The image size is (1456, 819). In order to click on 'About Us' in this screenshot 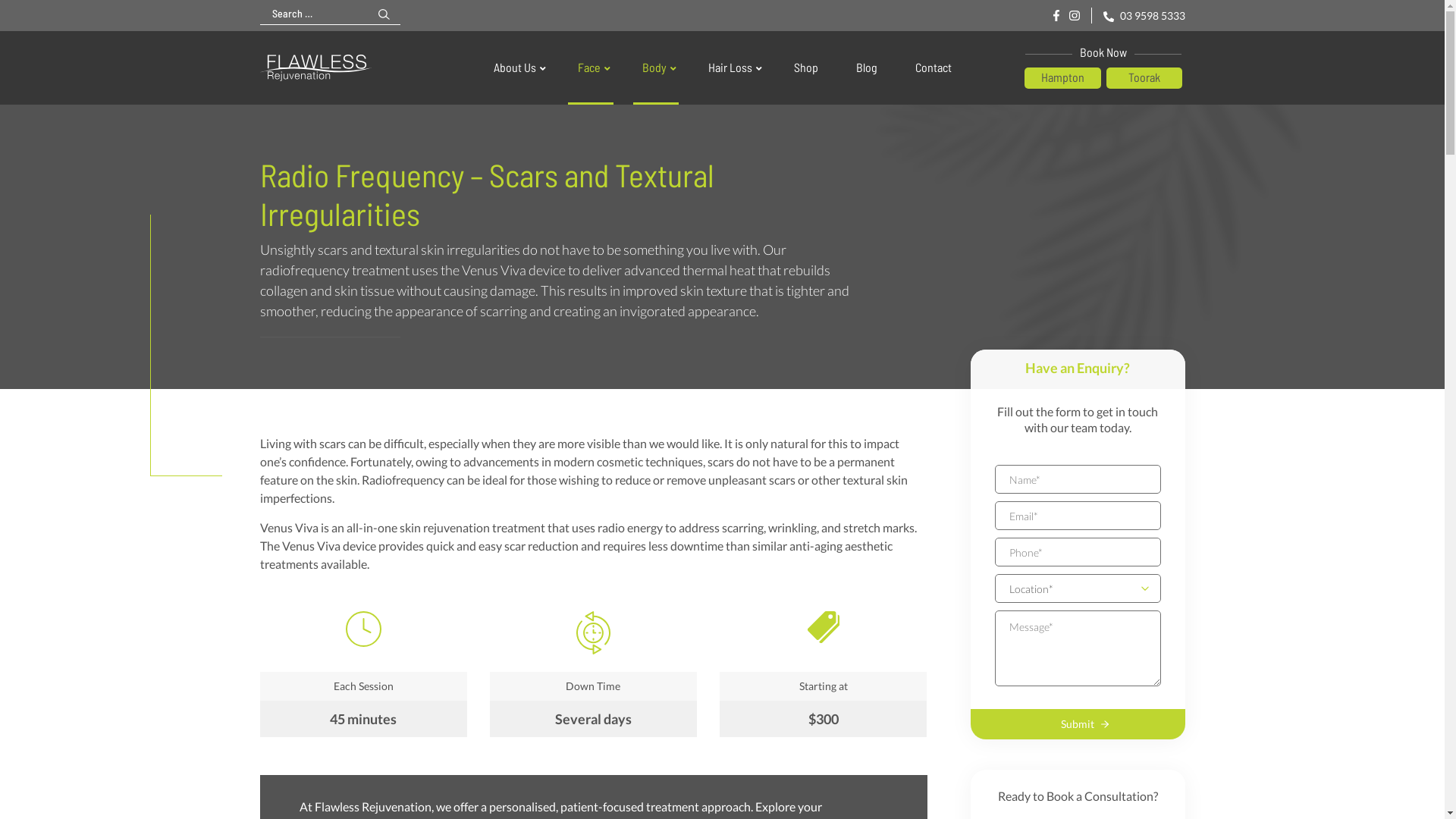, I will do `click(516, 67)`.